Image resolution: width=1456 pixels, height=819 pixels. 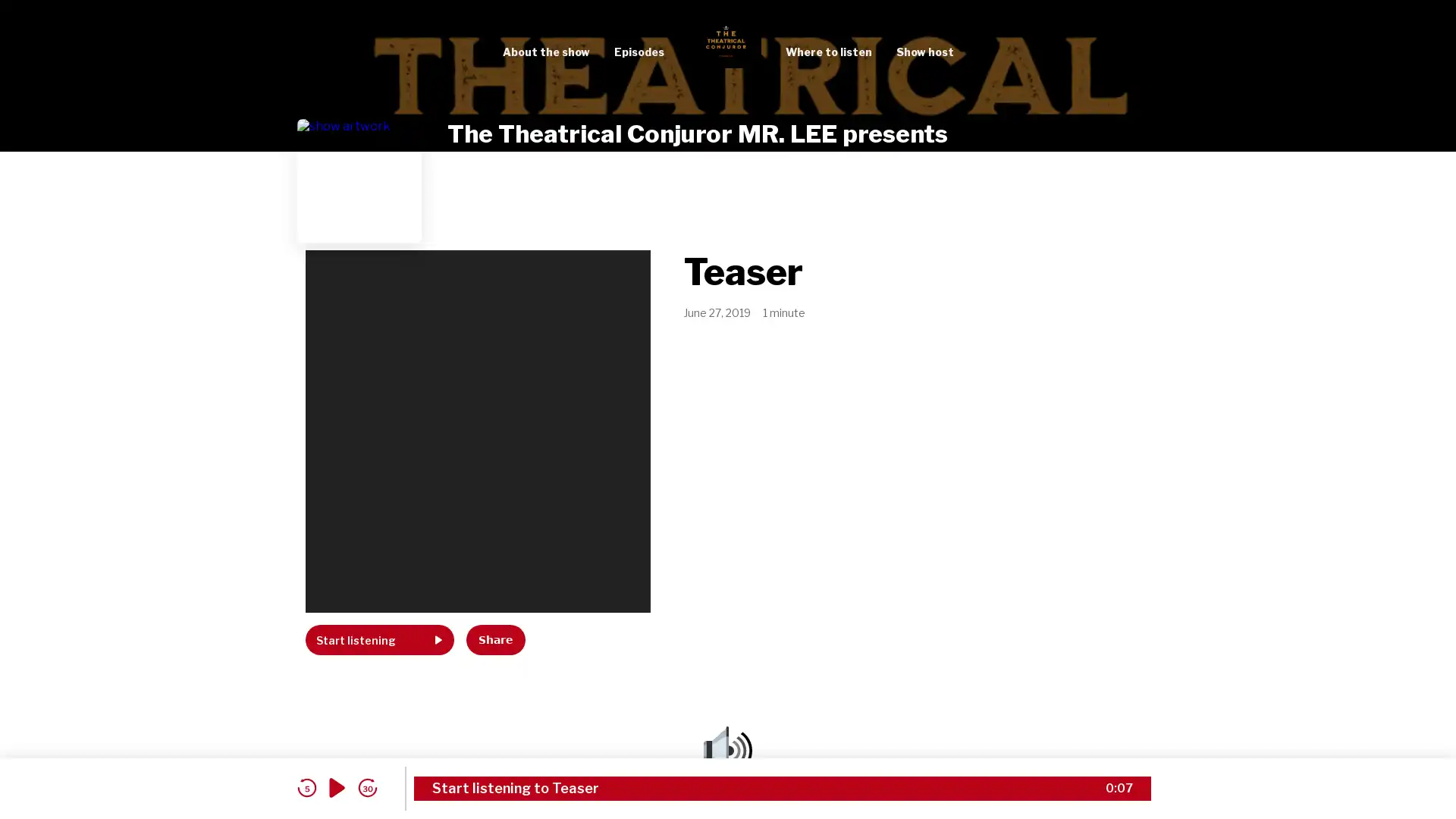 What do you see at coordinates (306, 787) in the screenshot?
I see `skip back 5 seconds` at bounding box center [306, 787].